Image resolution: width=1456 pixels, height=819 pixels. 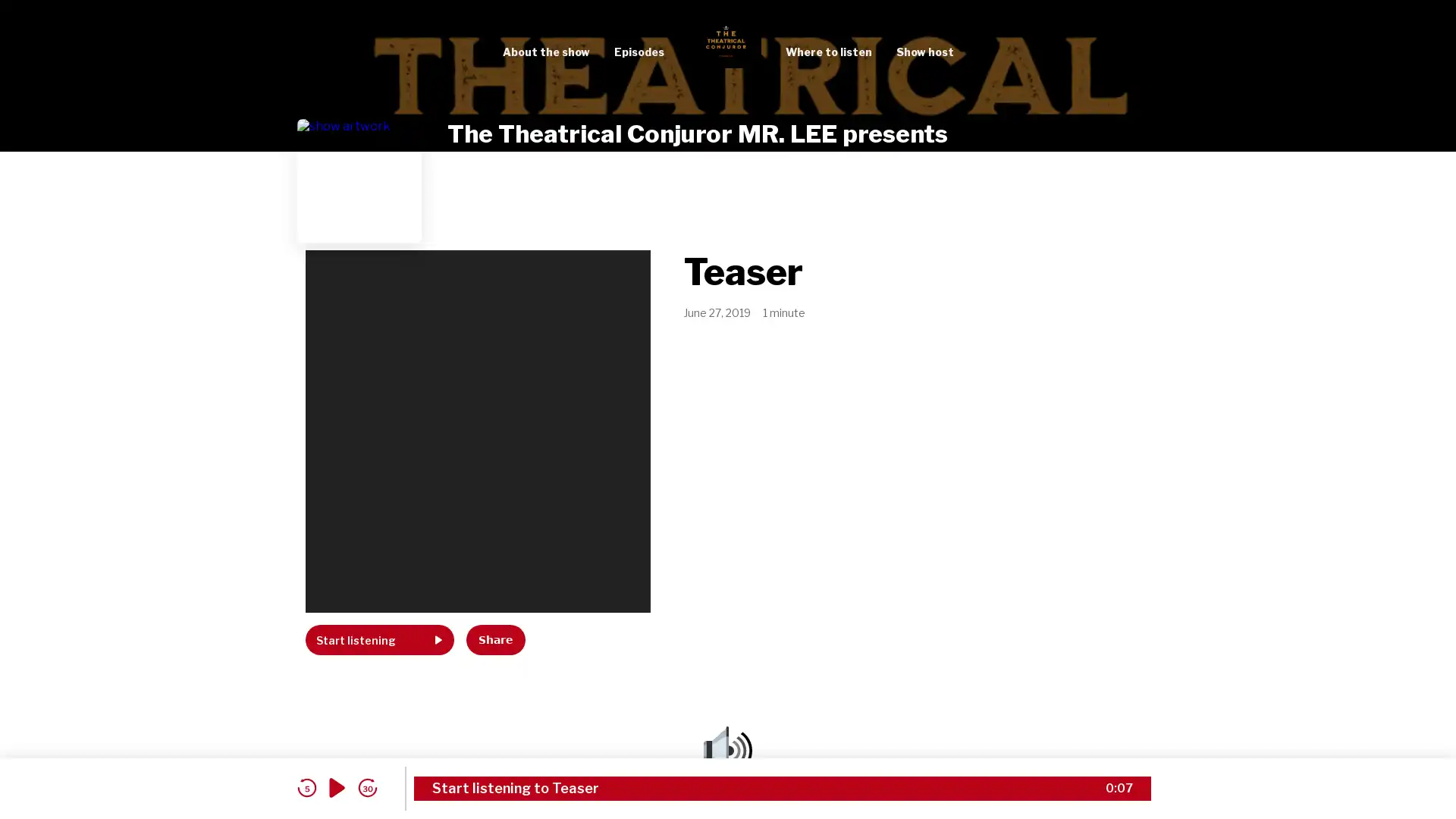 What do you see at coordinates (306, 787) in the screenshot?
I see `skip back 5 seconds` at bounding box center [306, 787].